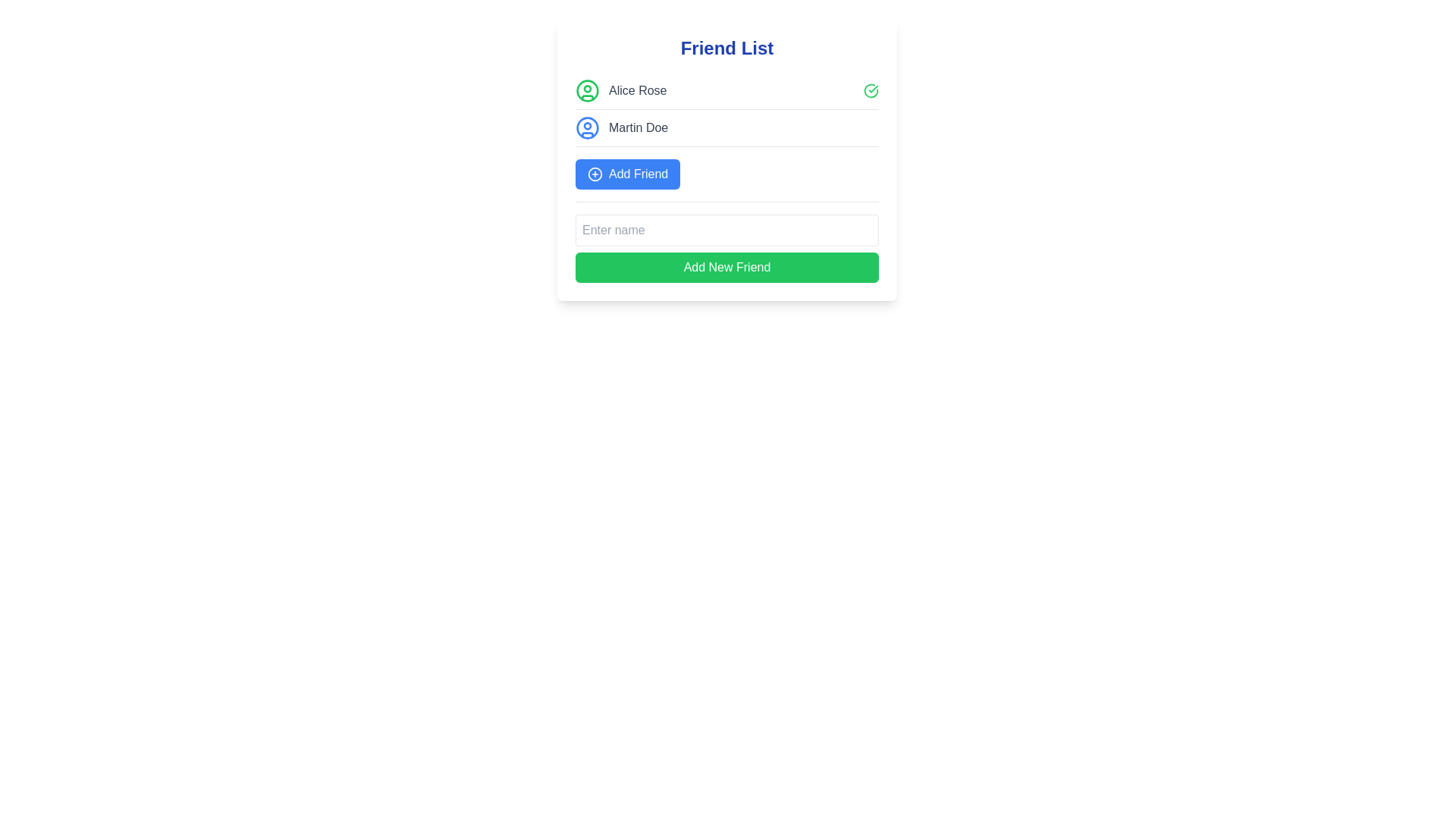 The image size is (1456, 819). Describe the element at coordinates (595, 174) in the screenshot. I see `the circular add icon within the Add Friend button` at that location.